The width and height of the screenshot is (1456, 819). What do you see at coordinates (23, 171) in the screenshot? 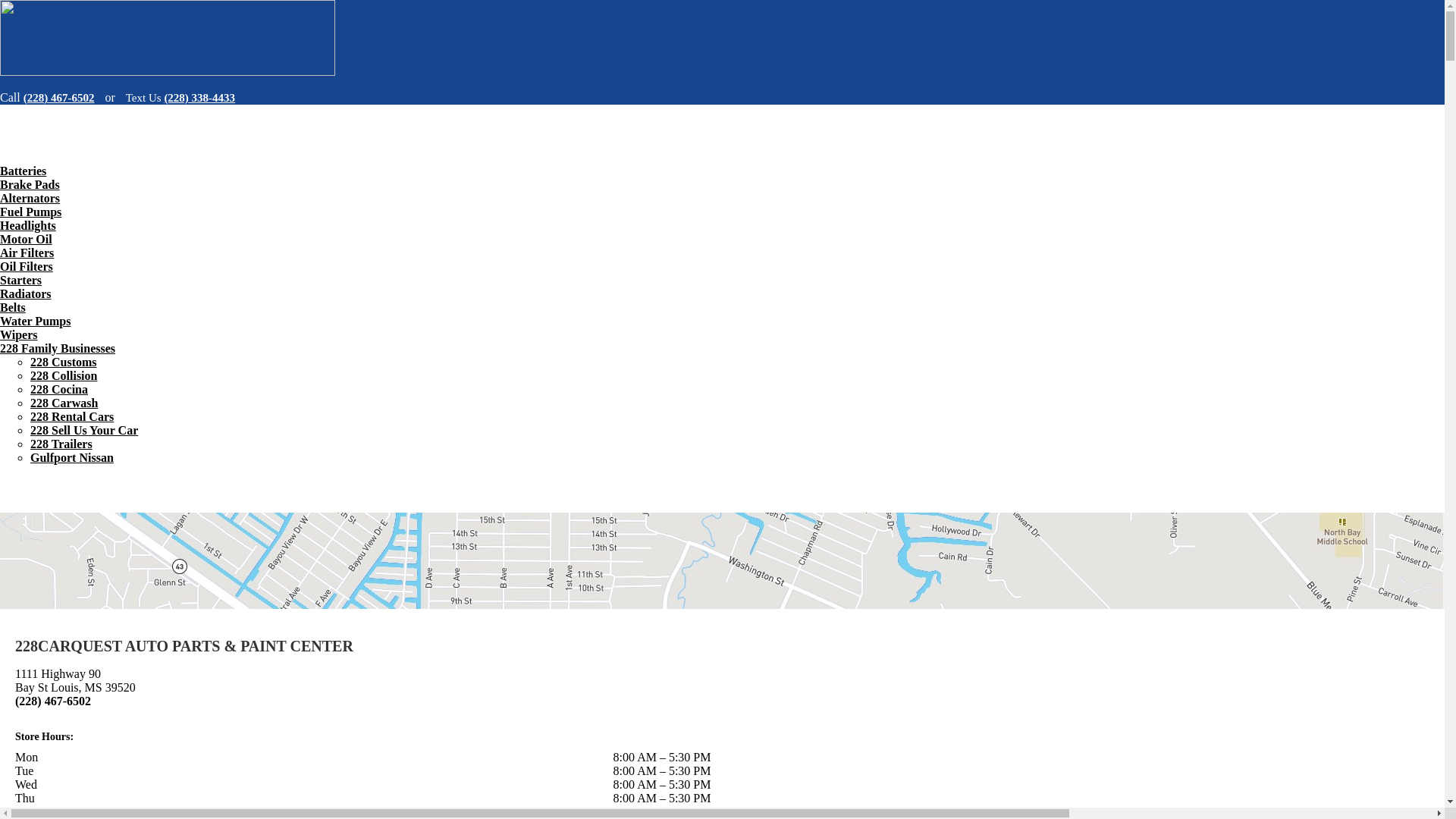
I see `'Batteries'` at bounding box center [23, 171].